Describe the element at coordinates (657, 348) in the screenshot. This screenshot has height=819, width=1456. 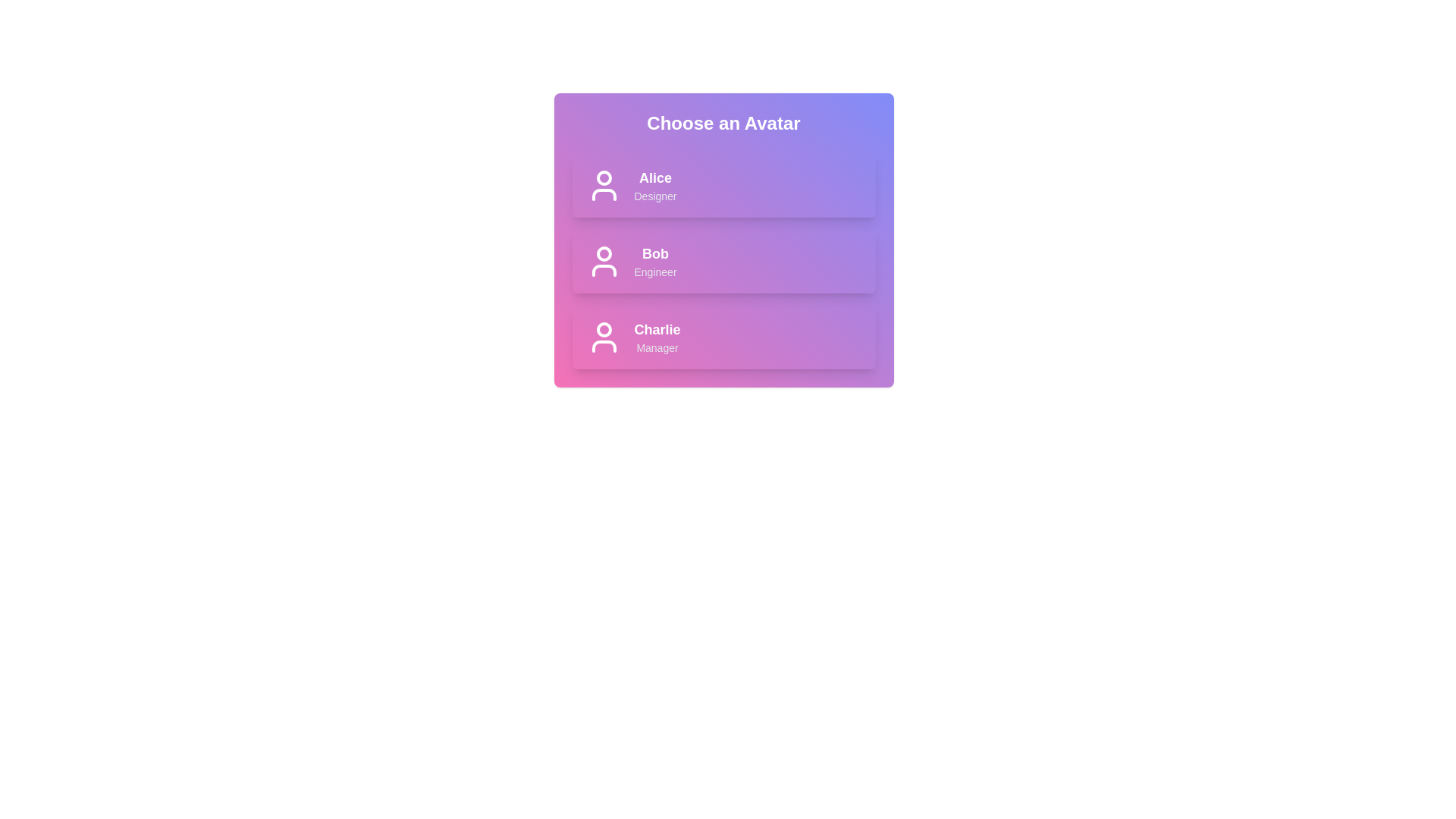
I see `the Text Label that displays the role or title associated with the user 'Charlie,' located below the name 'Charlie' in the user profile card` at that location.